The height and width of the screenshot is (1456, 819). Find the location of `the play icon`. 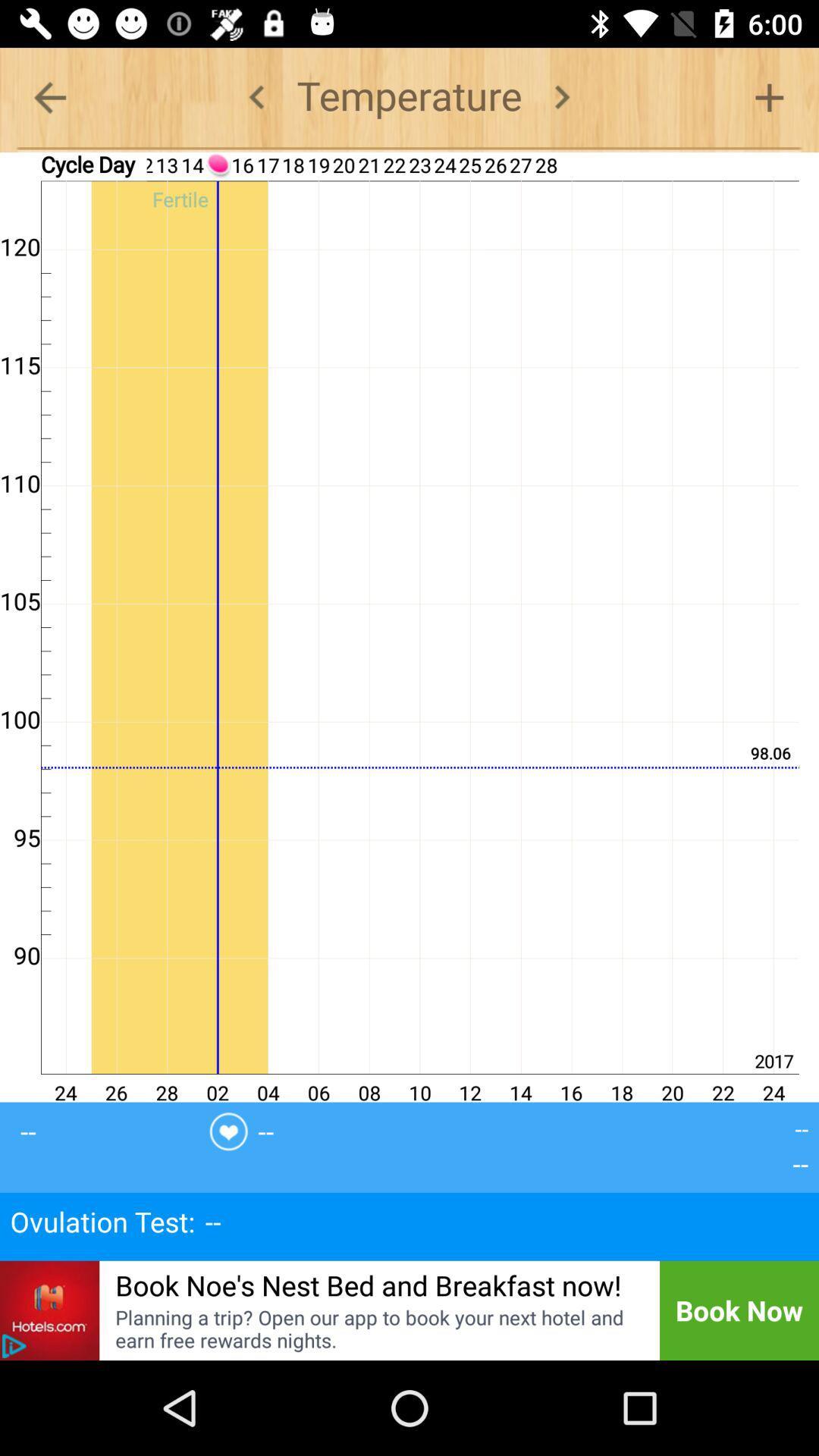

the play icon is located at coordinates (14, 1346).